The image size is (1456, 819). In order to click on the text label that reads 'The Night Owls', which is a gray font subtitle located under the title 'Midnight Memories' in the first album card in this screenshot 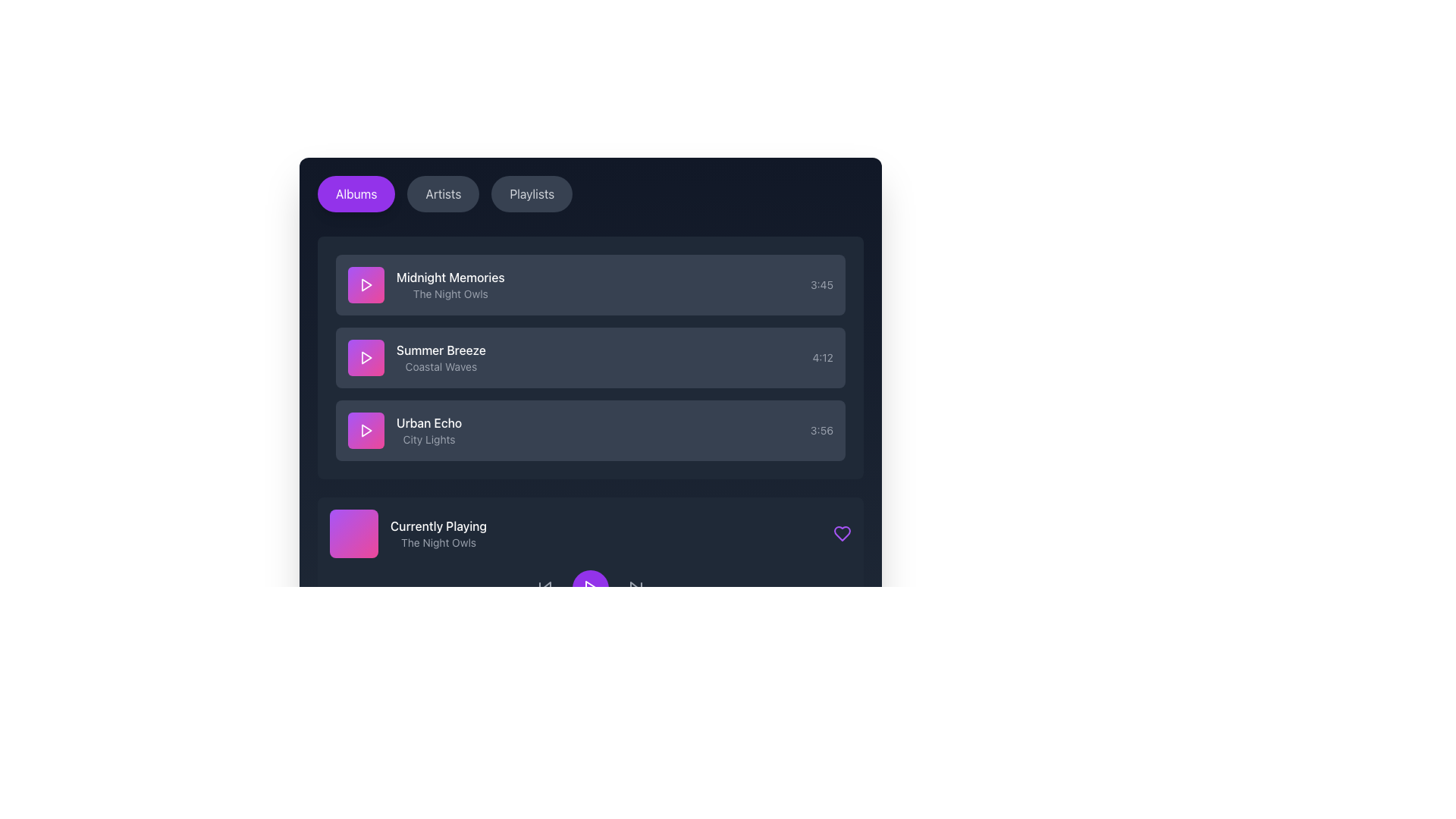, I will do `click(450, 294)`.